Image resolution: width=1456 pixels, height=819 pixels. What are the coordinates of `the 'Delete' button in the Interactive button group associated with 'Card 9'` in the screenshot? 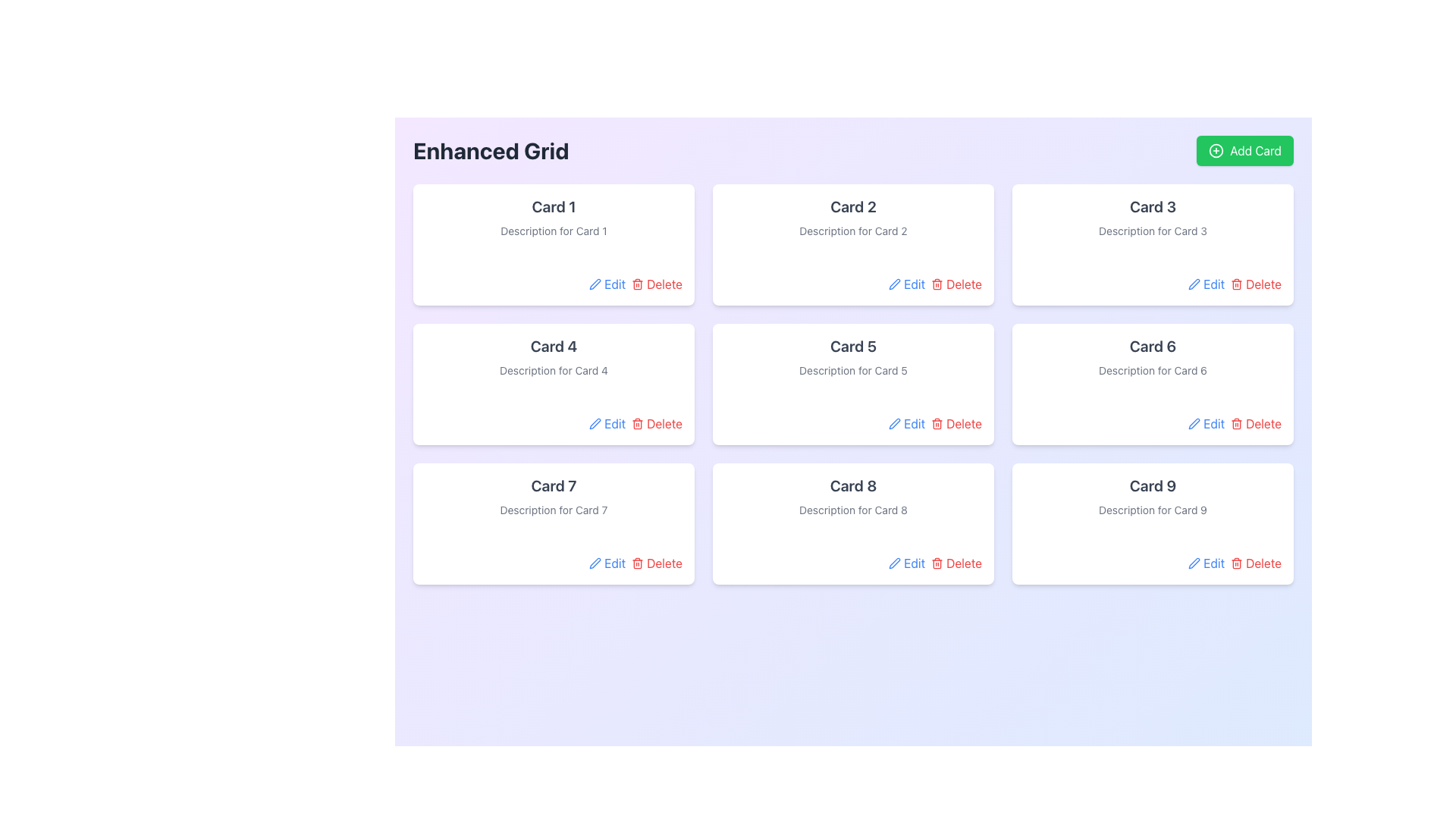 It's located at (1153, 563).